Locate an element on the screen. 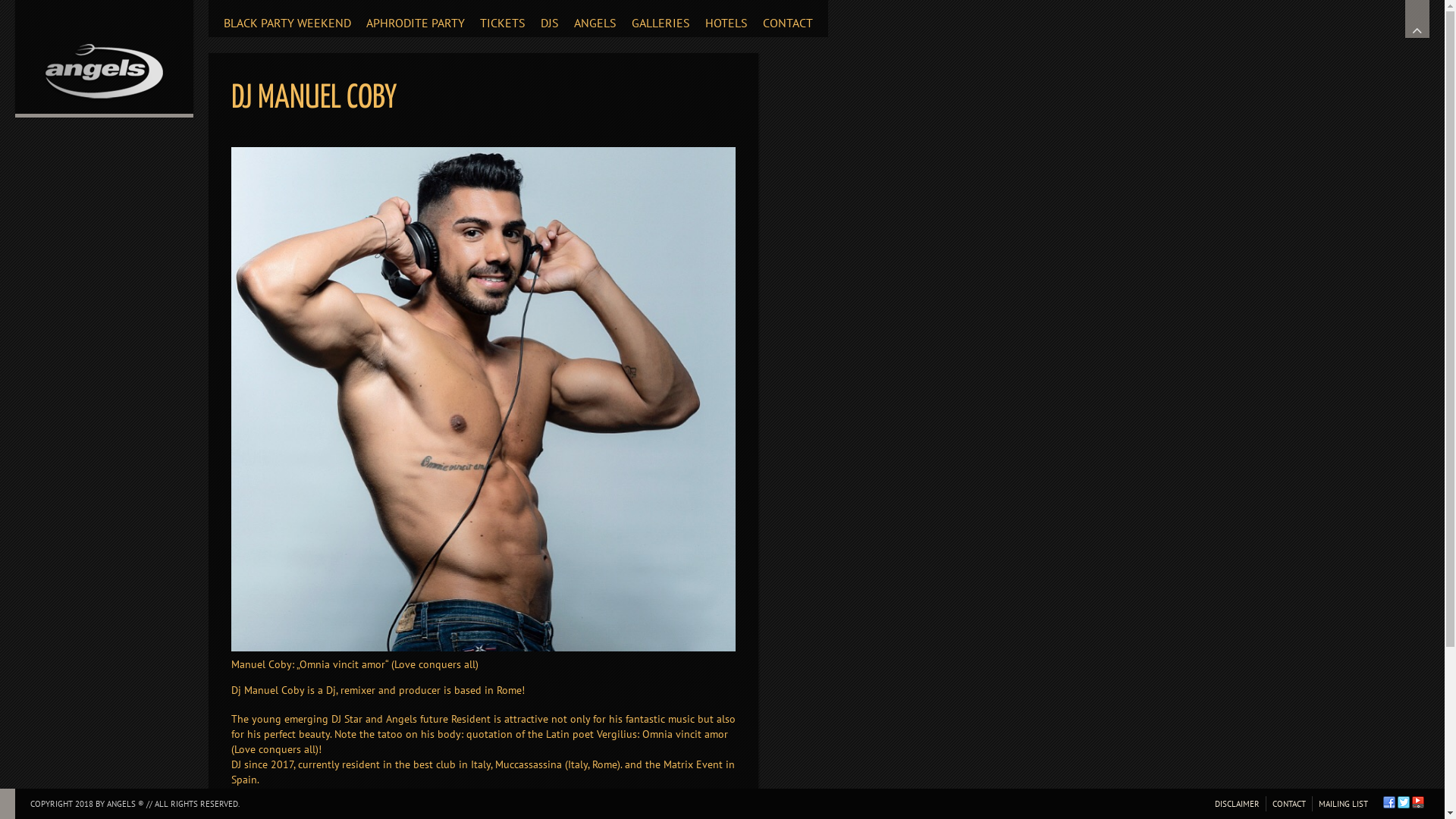  'APHRODITE PARTY' is located at coordinates (415, 18).